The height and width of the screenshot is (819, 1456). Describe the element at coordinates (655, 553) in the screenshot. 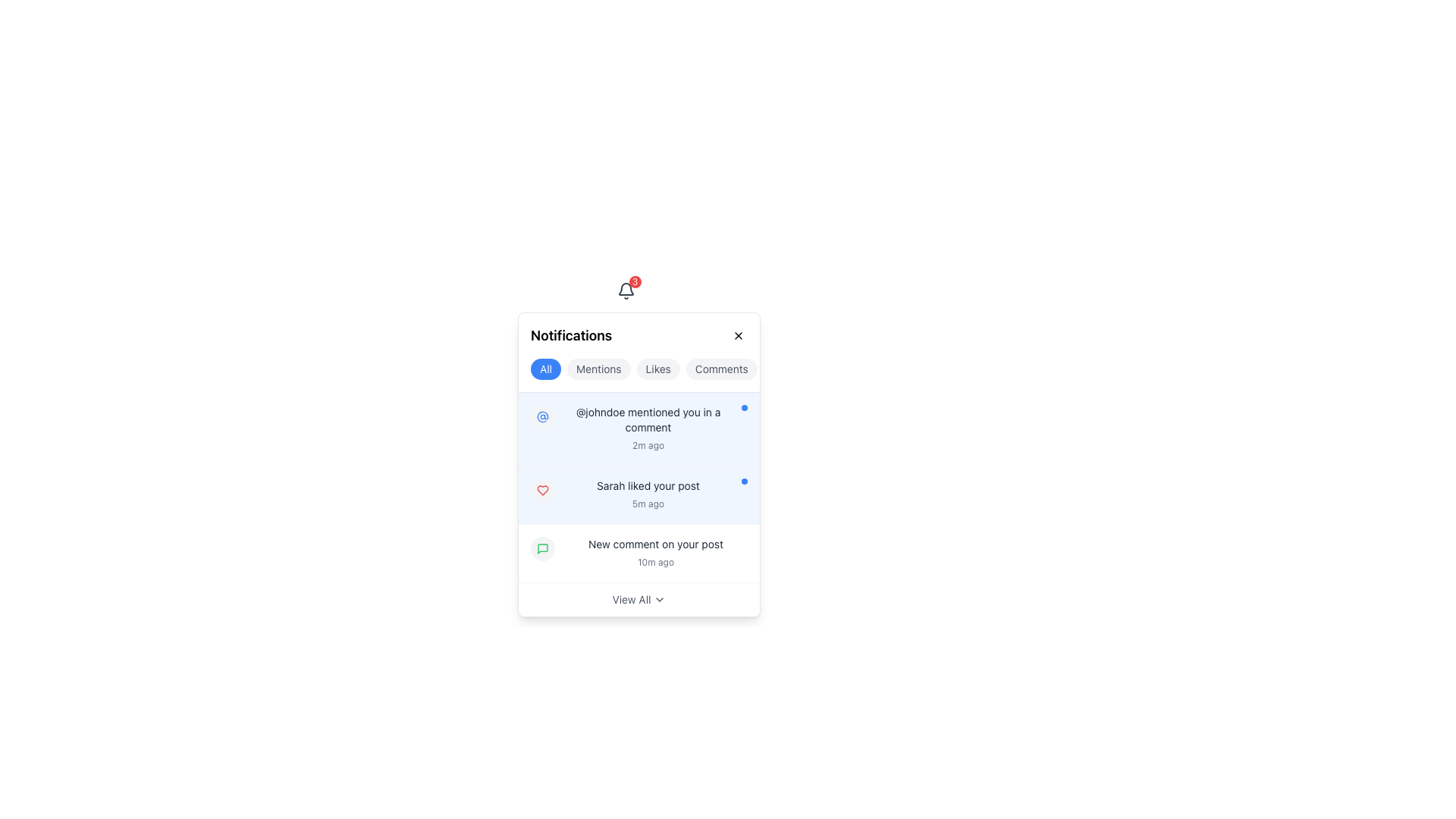

I see `the third notification in the Notifications list that displays 'New comment on your post'` at that location.